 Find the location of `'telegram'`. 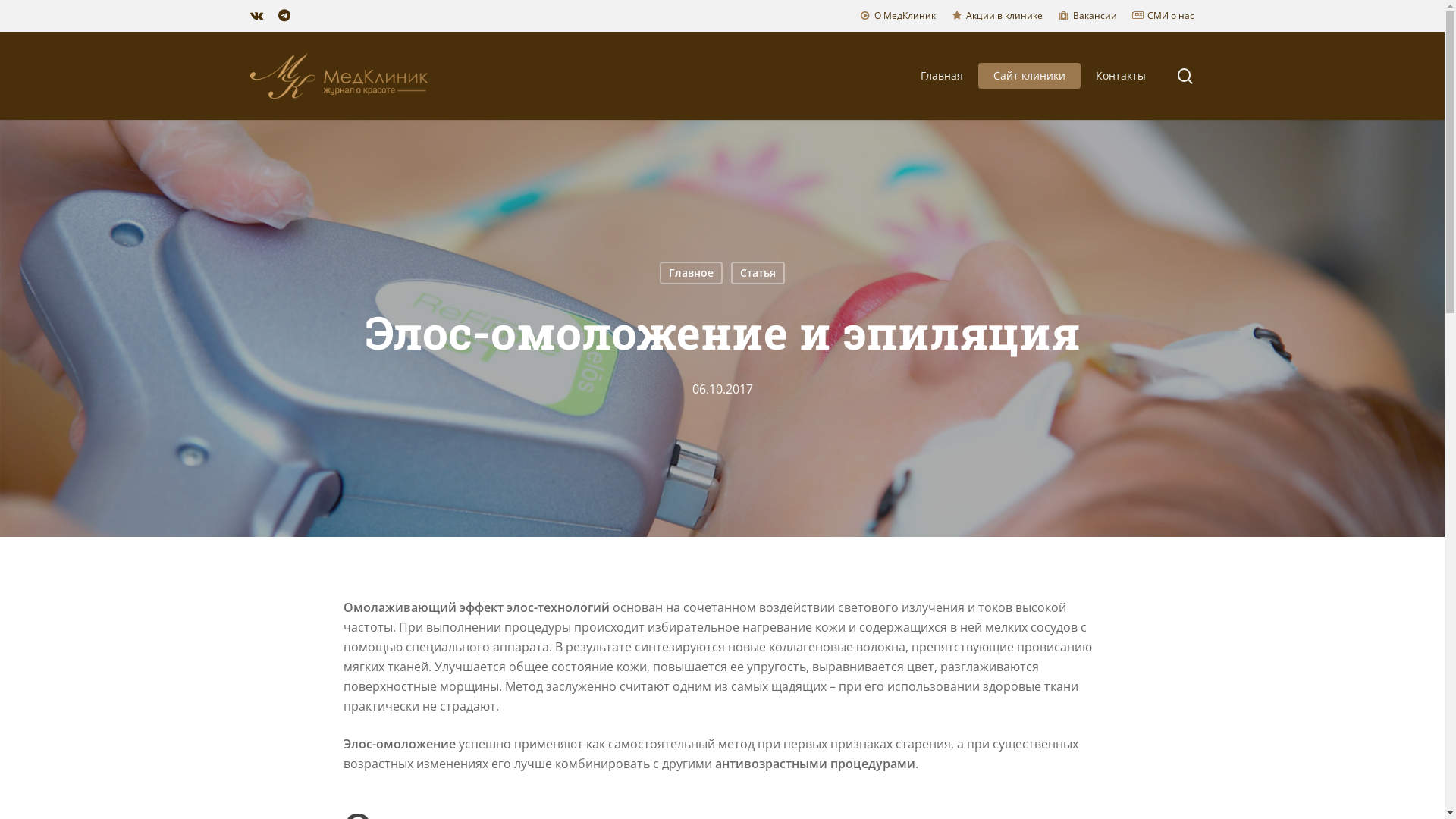

'telegram' is located at coordinates (284, 15).